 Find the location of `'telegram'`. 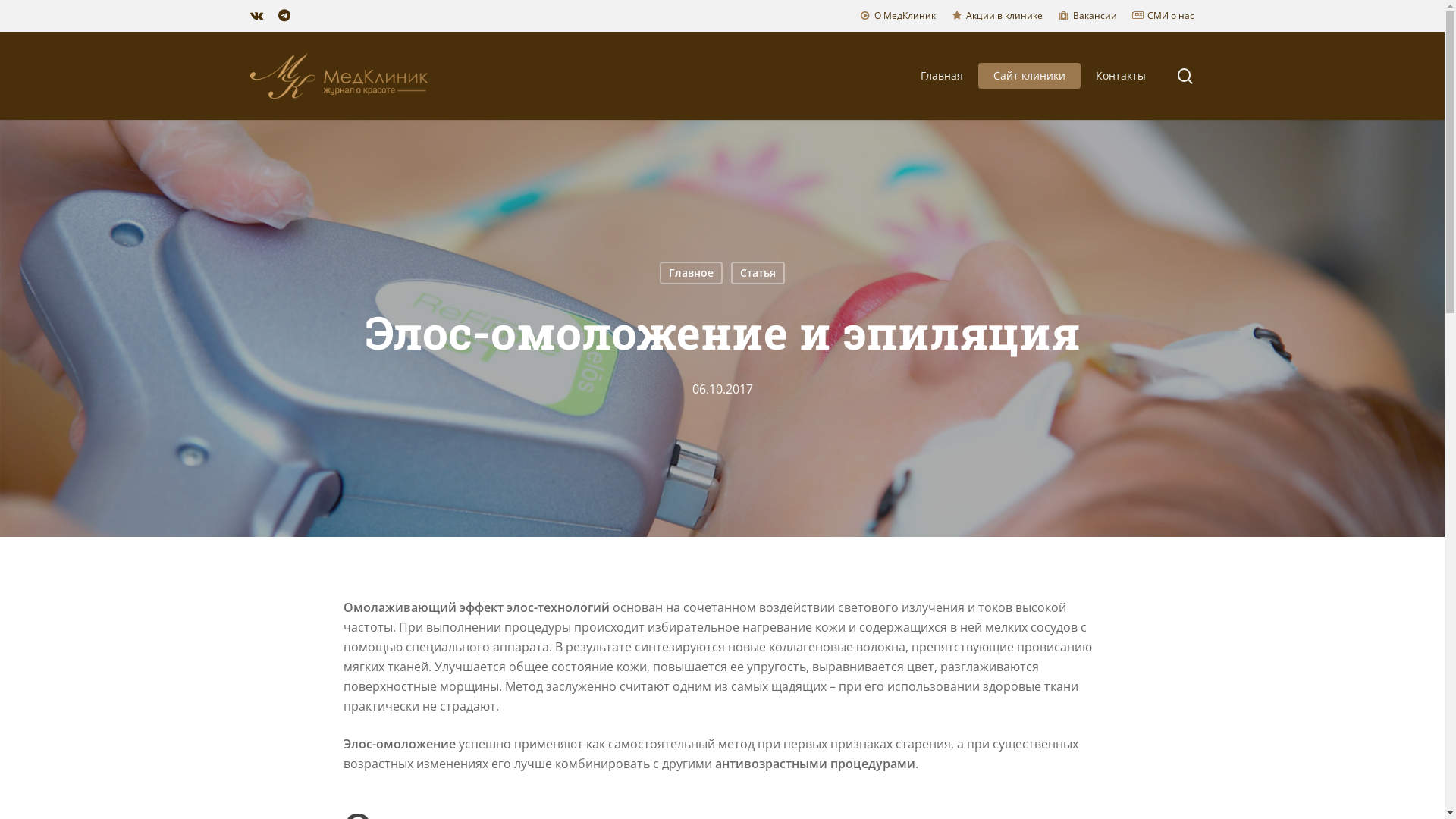

'telegram' is located at coordinates (284, 15).